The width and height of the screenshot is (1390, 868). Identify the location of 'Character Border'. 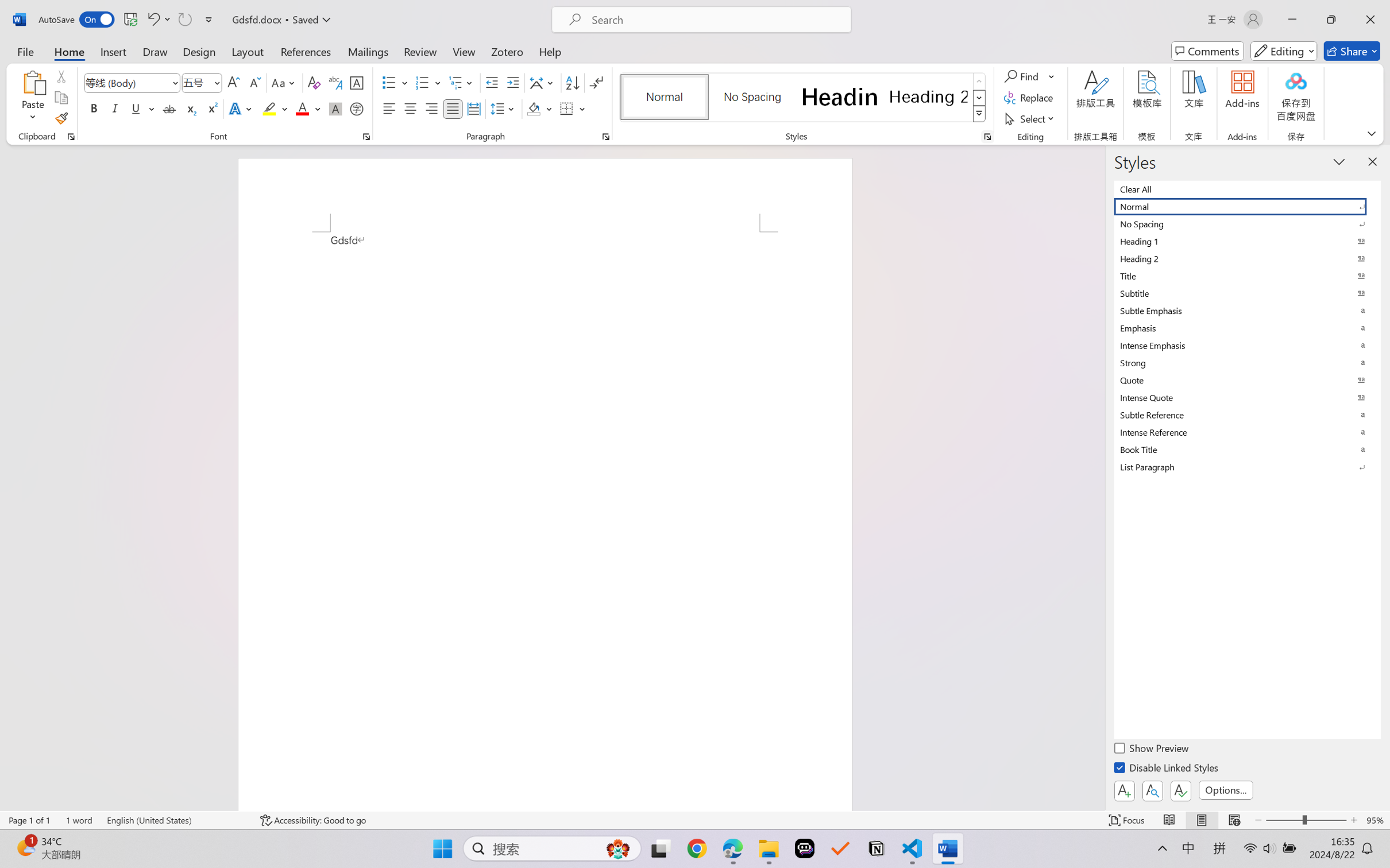
(357, 83).